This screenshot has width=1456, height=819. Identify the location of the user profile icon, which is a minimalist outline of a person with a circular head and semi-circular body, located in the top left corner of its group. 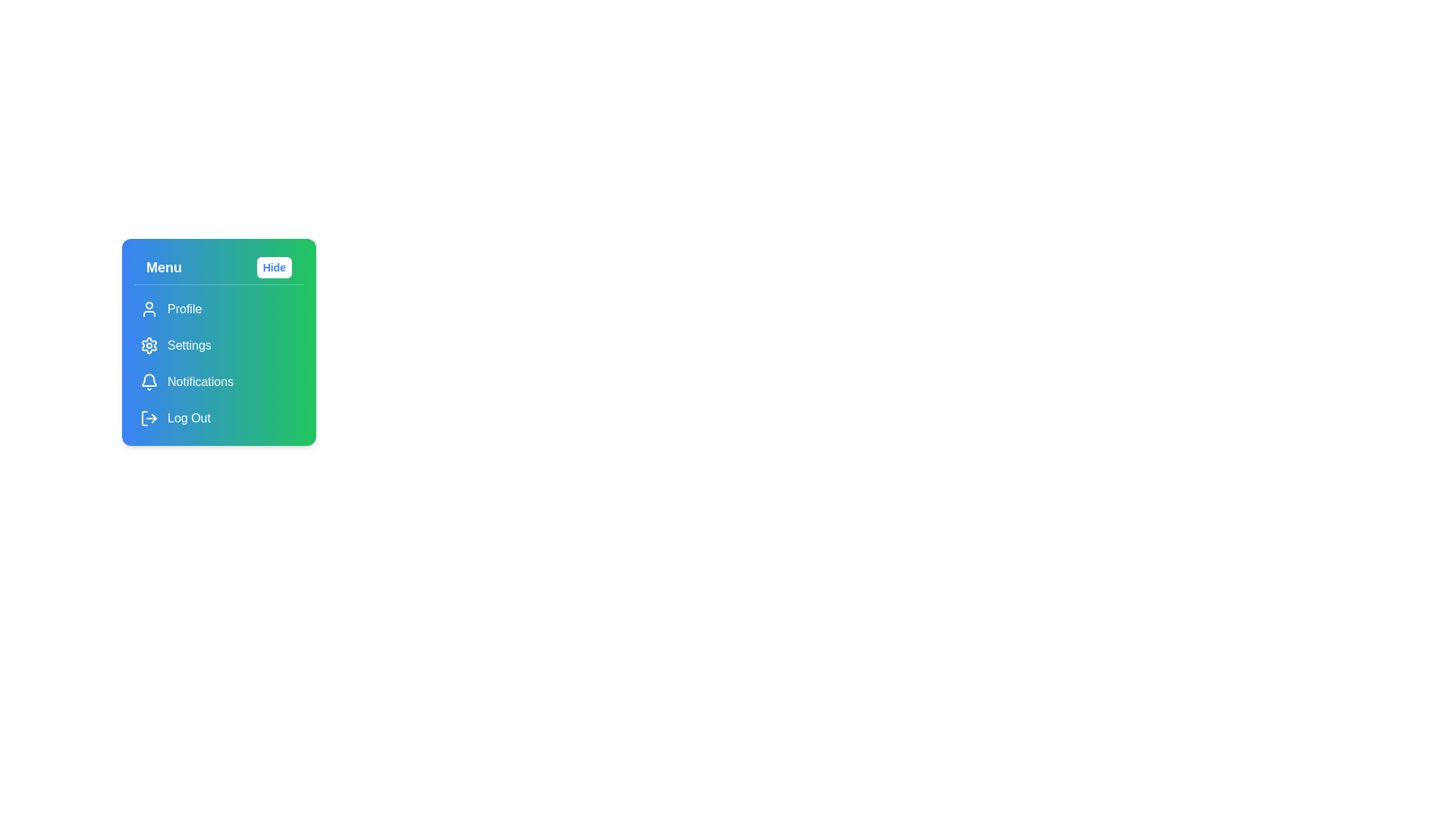
(149, 309).